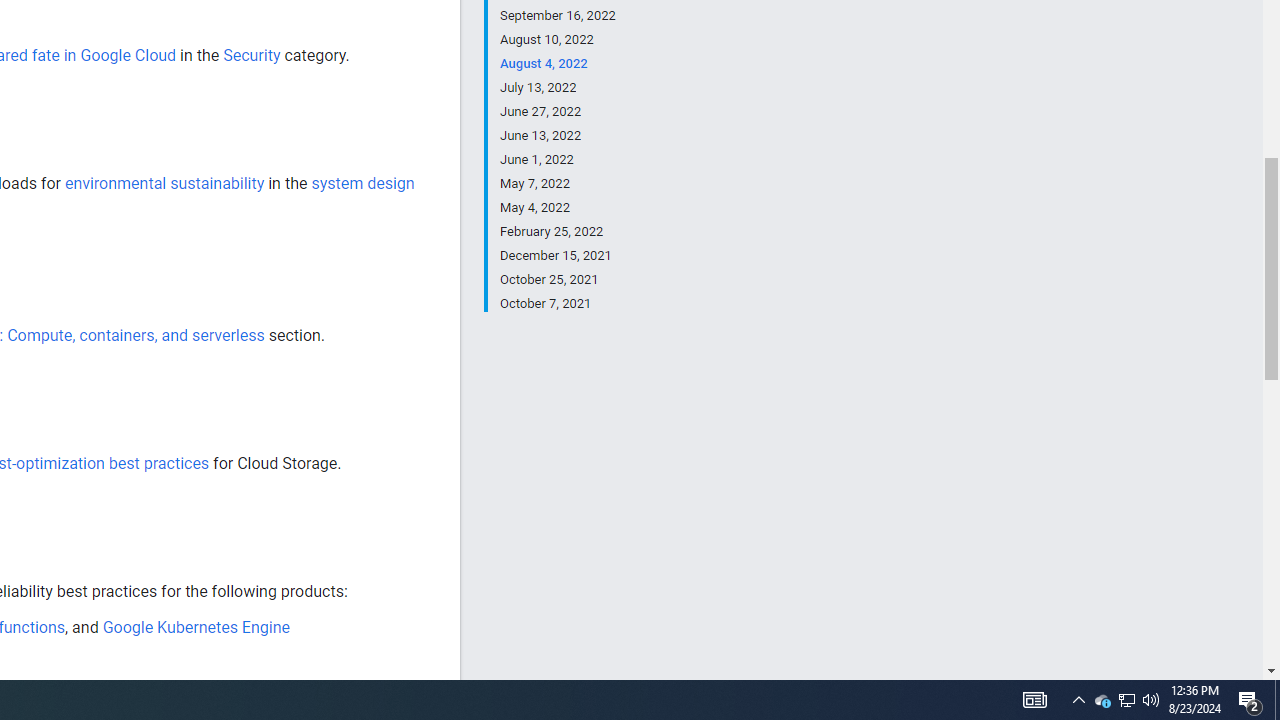 This screenshot has height=720, width=1280. Describe the element at coordinates (557, 63) in the screenshot. I see `'August 4, 2022'` at that location.